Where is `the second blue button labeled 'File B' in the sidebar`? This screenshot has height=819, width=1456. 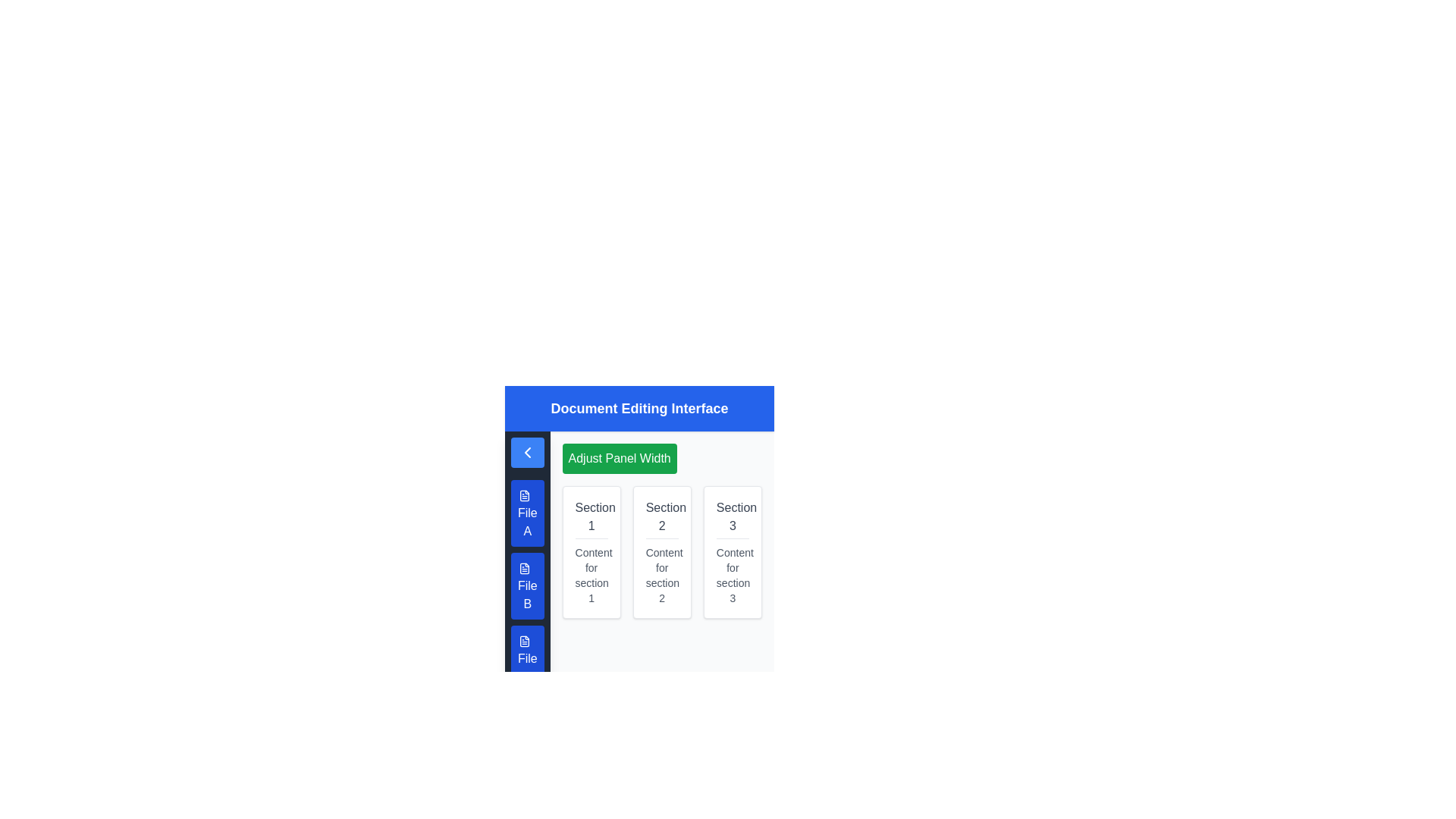
the second blue button labeled 'File B' in the sidebar is located at coordinates (527, 585).